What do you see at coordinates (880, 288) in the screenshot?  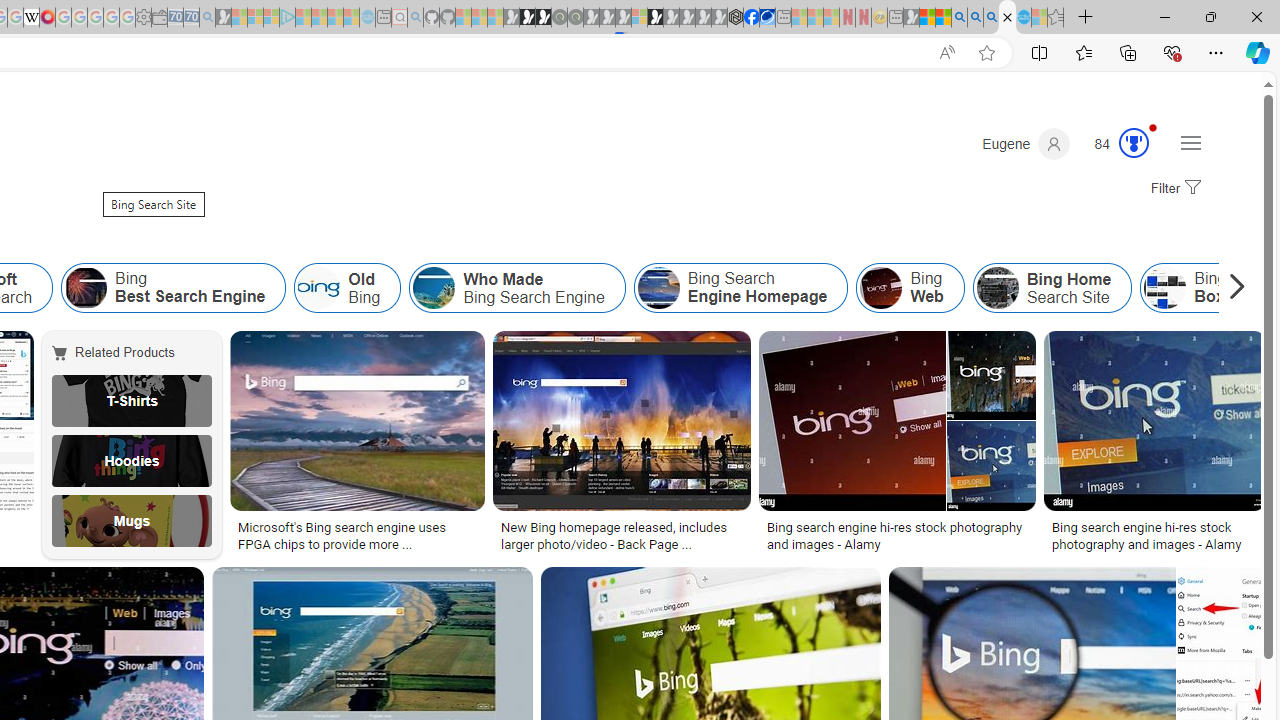 I see `'Bing Web'` at bounding box center [880, 288].